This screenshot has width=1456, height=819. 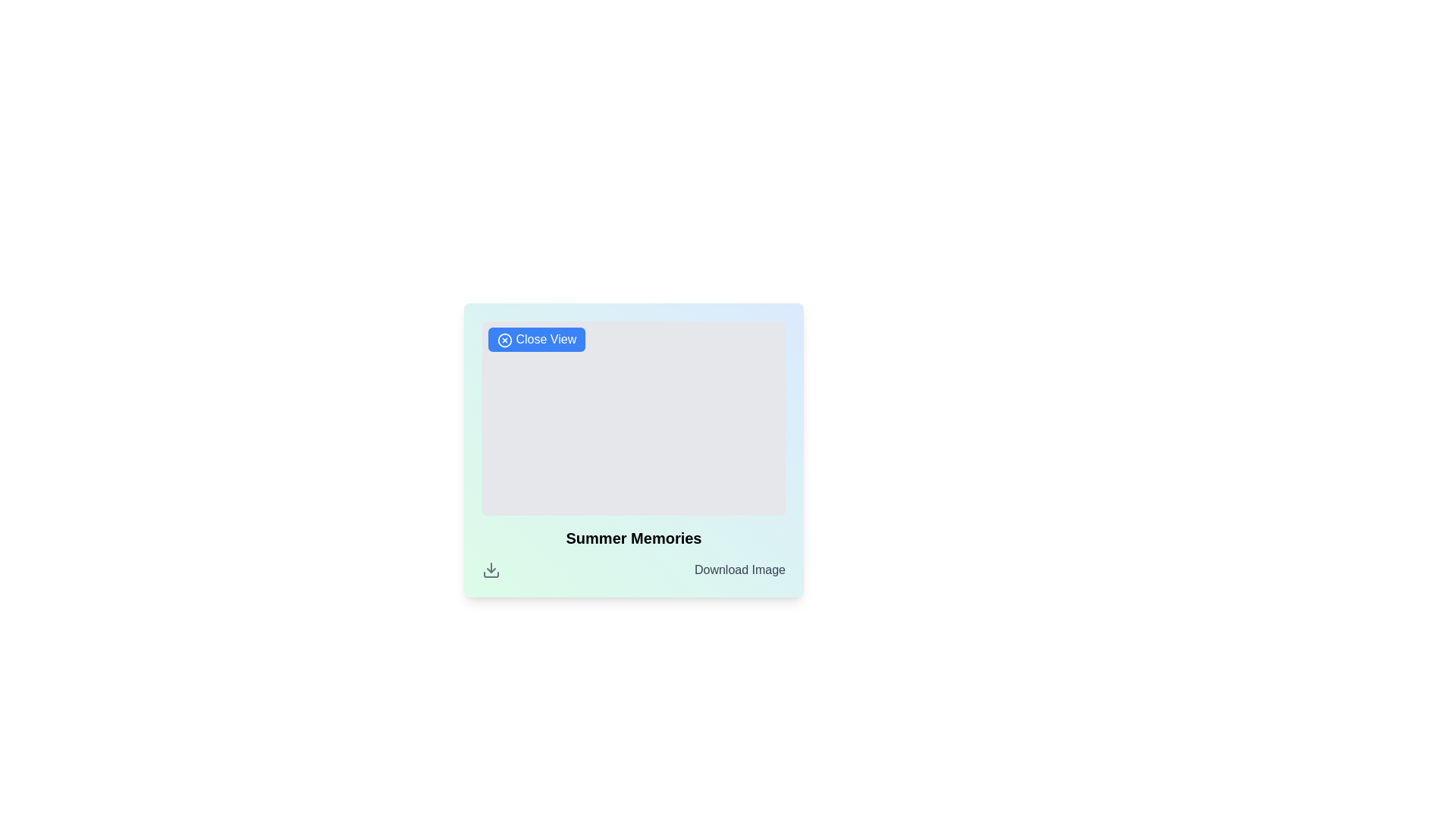 I want to click on the icon segment that represents the base of the download icon located at the lower left corner of the 'Summer Memories' card, so click(x=491, y=575).